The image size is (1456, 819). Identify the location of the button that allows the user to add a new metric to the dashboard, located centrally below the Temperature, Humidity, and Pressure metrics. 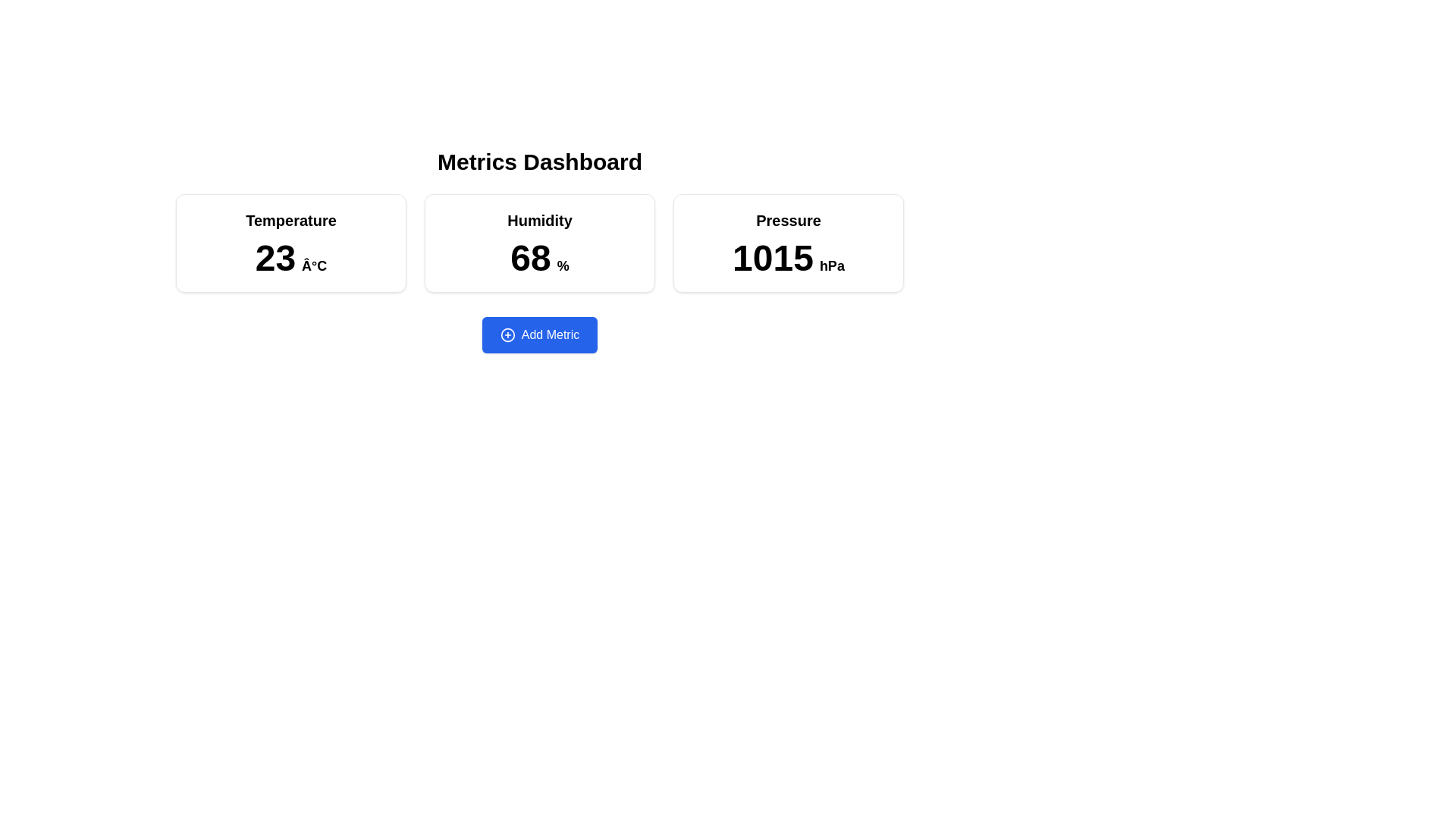
(539, 334).